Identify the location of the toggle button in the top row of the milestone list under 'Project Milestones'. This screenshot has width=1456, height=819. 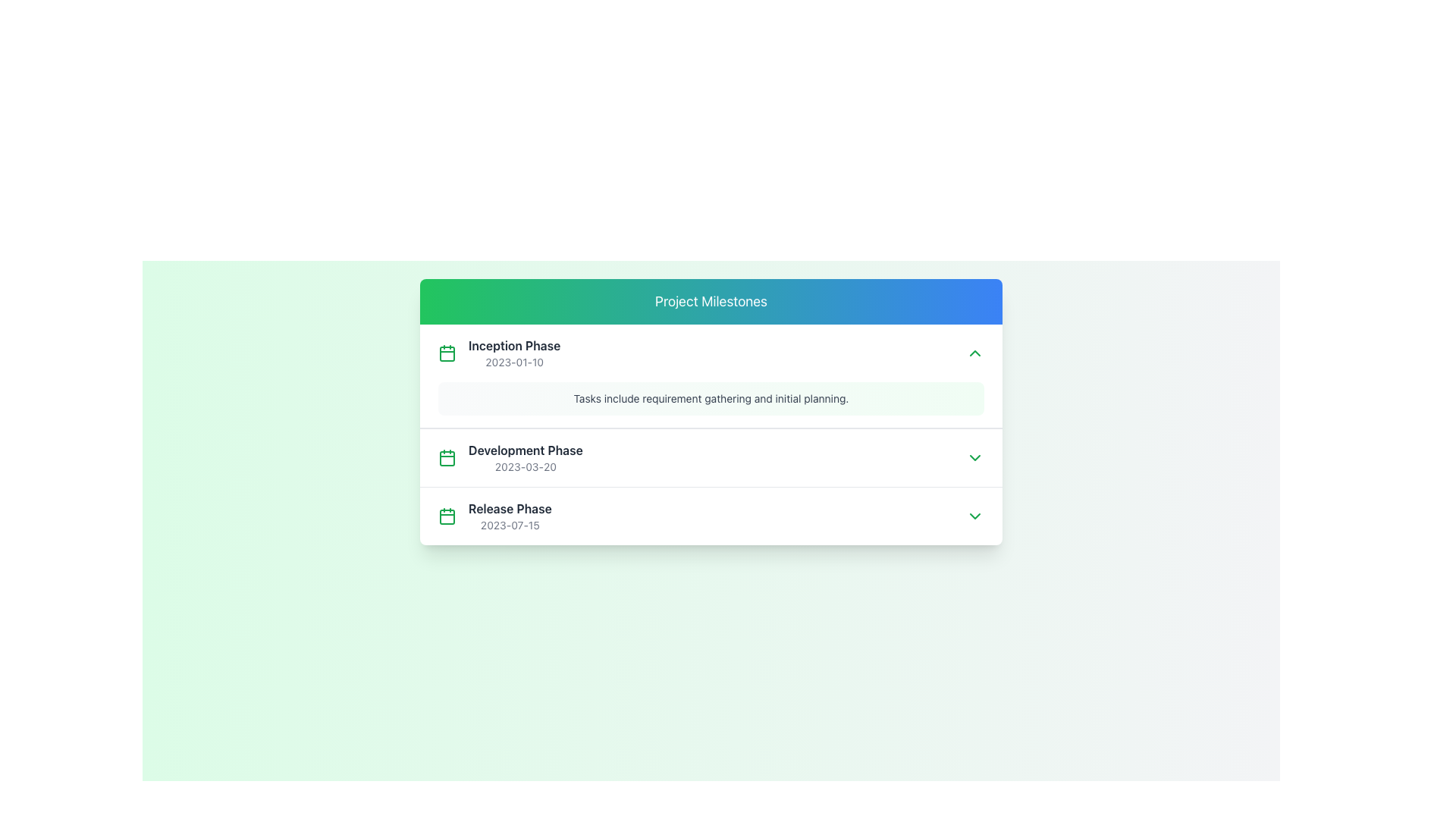
(975, 353).